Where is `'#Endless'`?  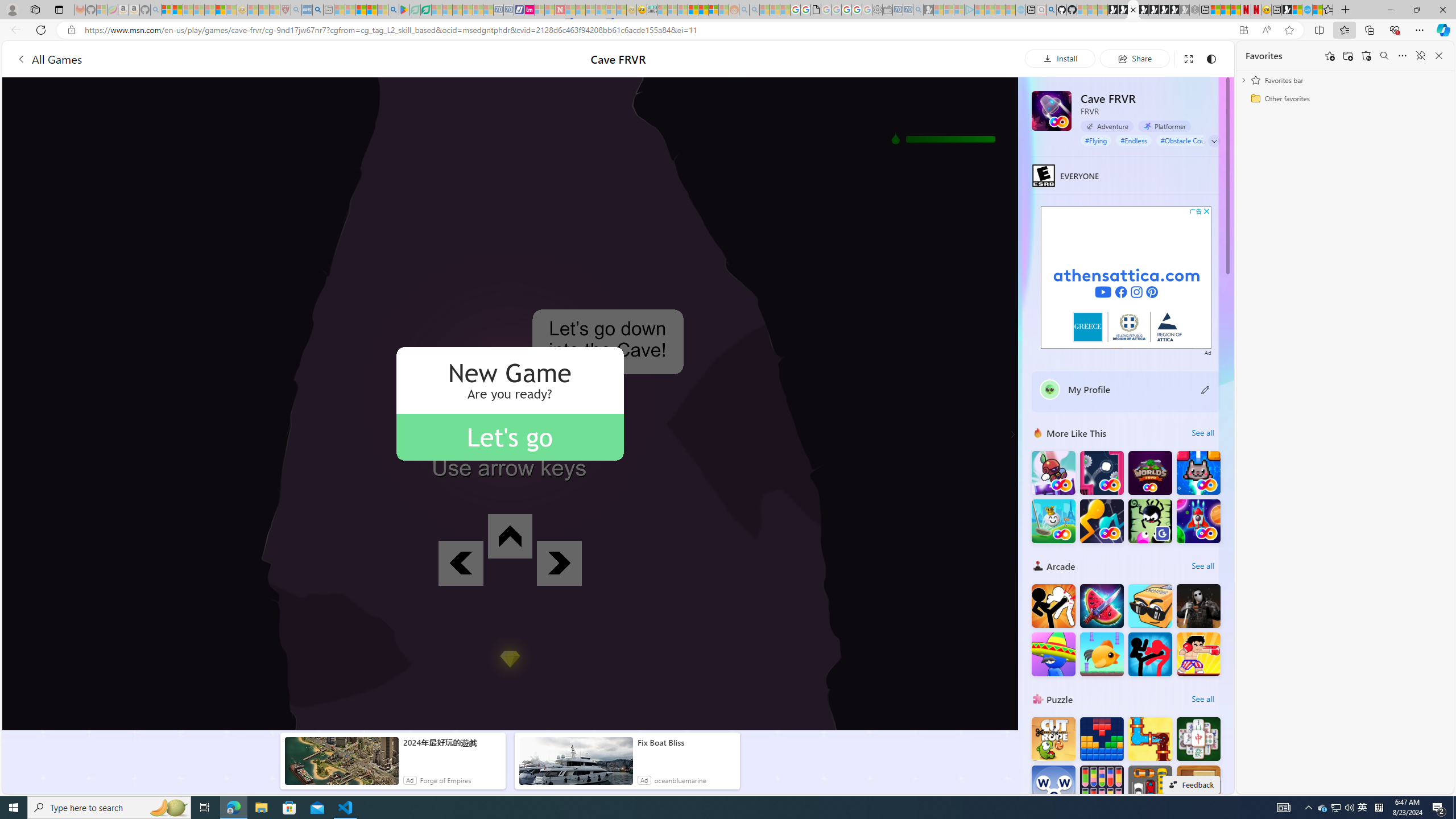
'#Endless' is located at coordinates (1133, 139).